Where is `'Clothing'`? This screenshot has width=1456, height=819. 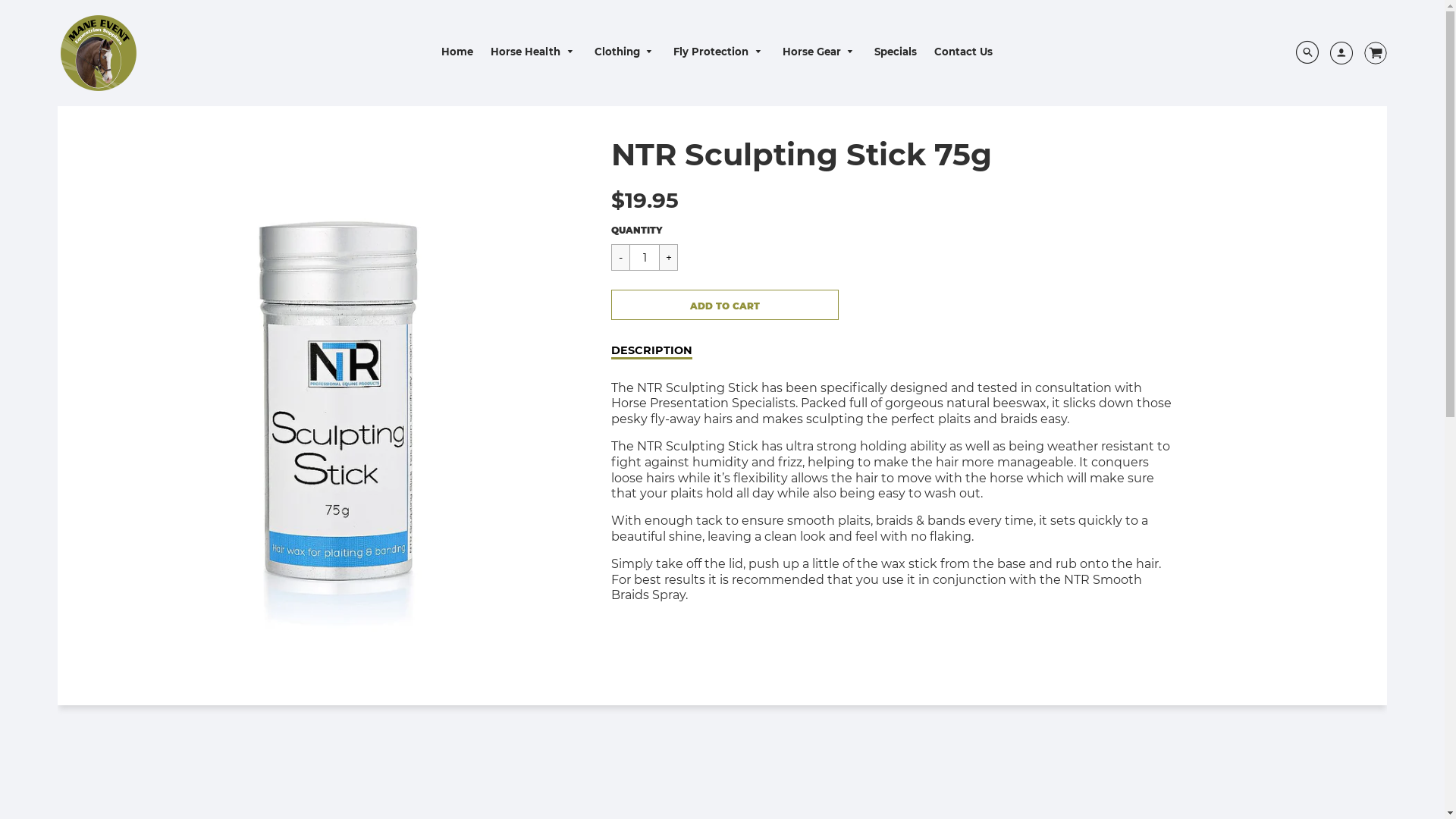 'Clothing' is located at coordinates (585, 51).